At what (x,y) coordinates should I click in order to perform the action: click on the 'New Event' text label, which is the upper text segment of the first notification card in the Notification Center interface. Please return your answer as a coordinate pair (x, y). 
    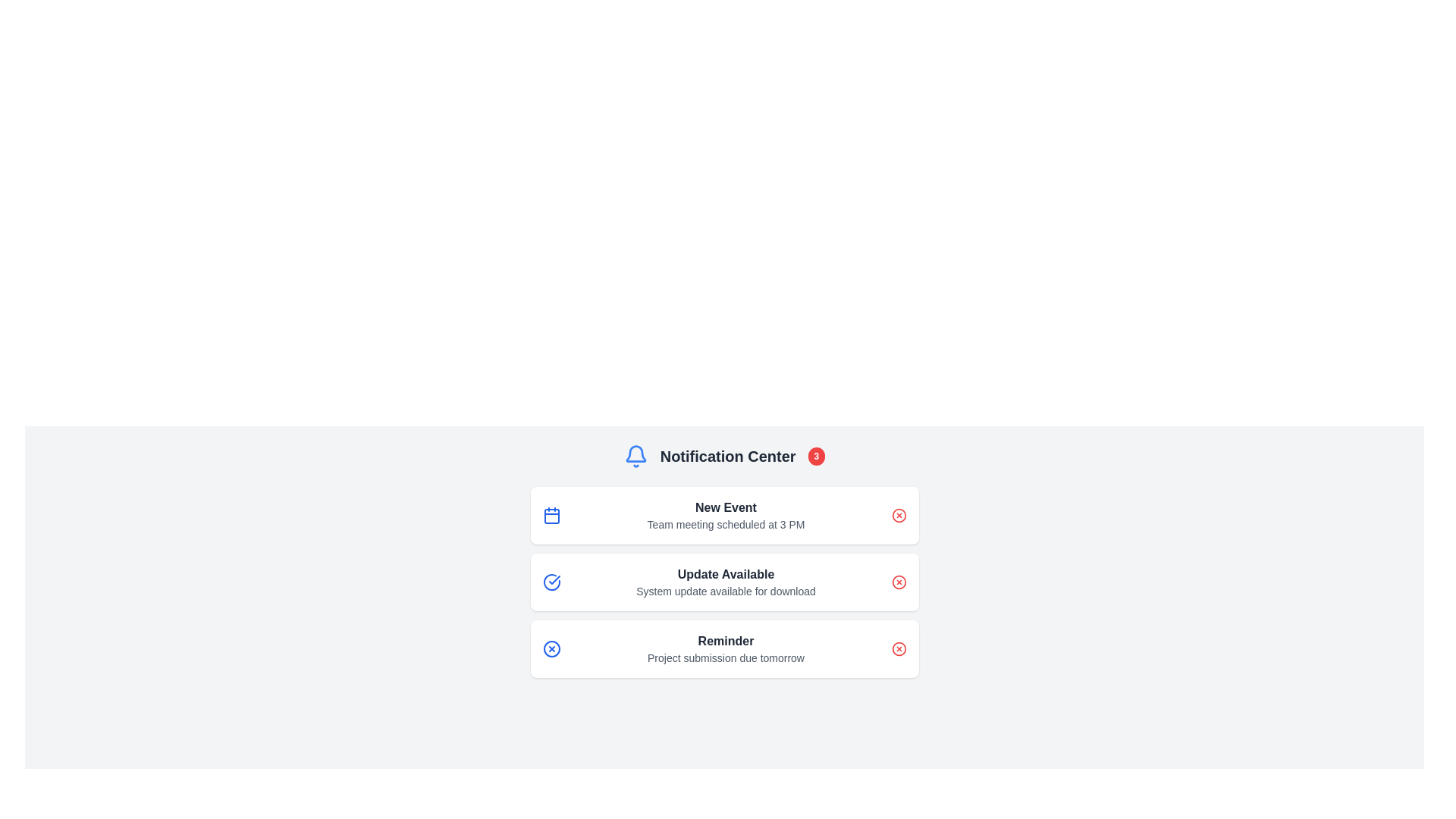
    Looking at the image, I should click on (725, 508).